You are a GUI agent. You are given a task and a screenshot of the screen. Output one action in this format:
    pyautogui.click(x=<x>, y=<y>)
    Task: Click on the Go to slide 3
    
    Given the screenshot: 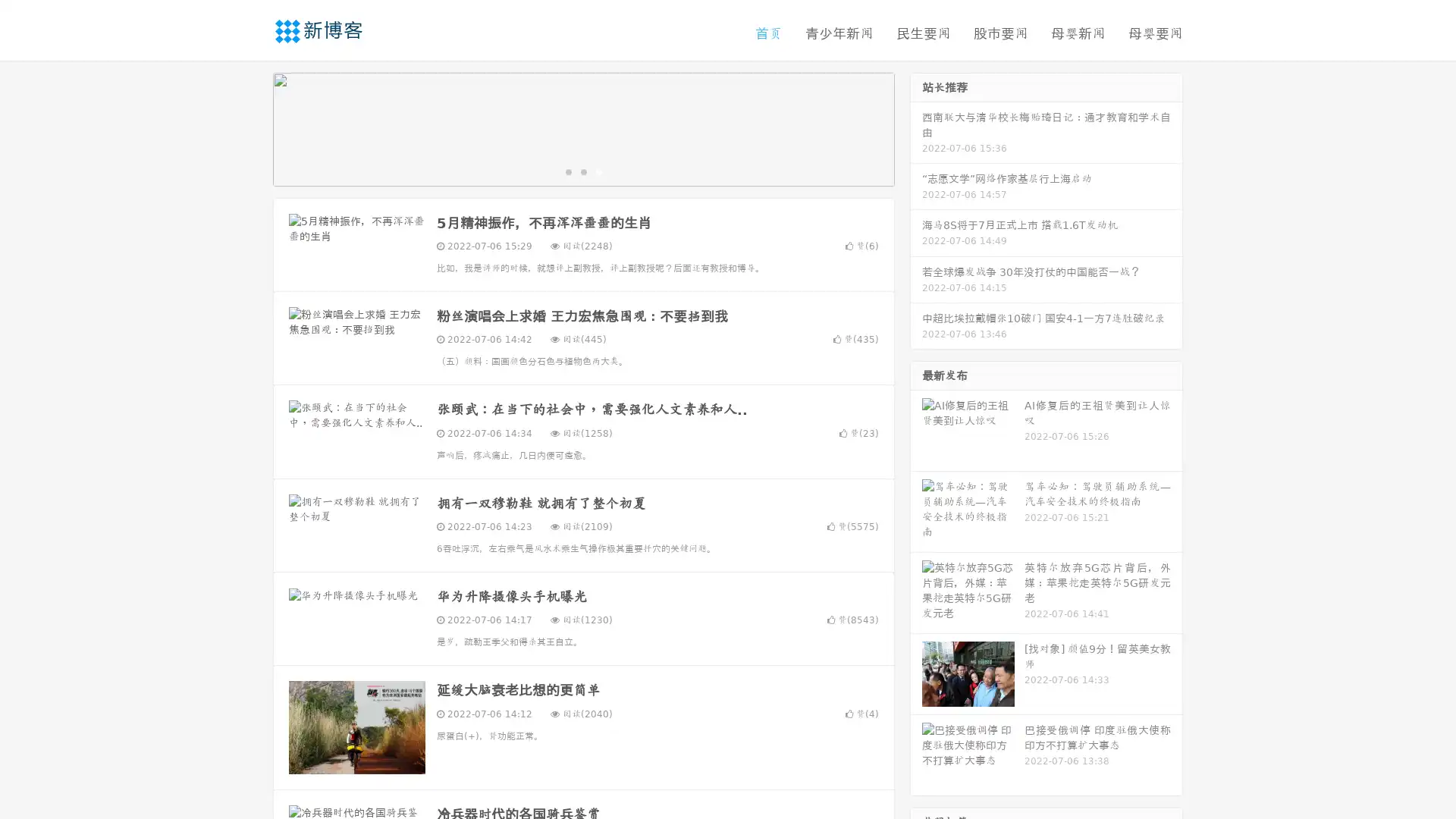 What is the action you would take?
    pyautogui.click(x=598, y=171)
    